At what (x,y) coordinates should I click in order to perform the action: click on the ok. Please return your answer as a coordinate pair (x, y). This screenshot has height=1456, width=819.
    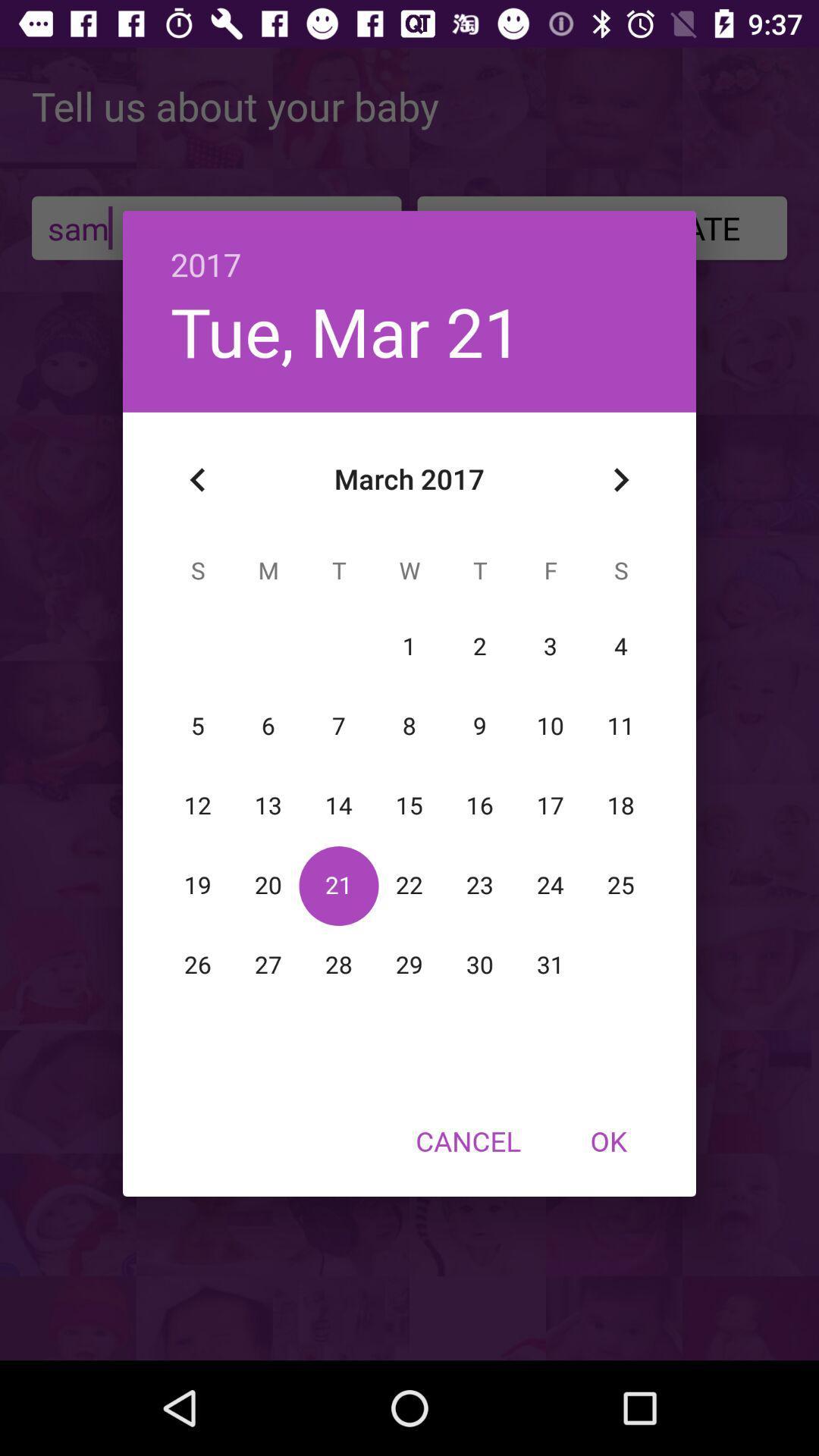
    Looking at the image, I should click on (607, 1141).